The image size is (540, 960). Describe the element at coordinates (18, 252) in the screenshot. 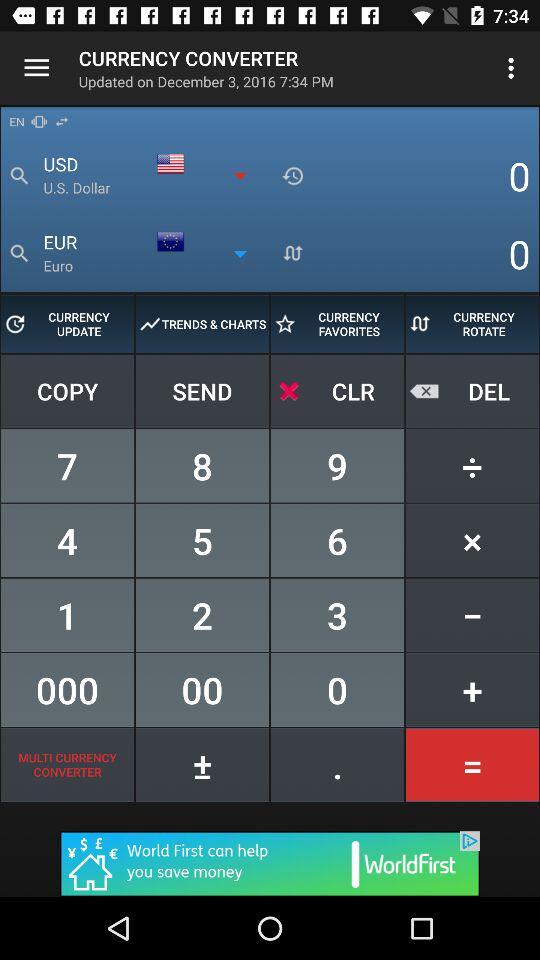

I see `the search icon` at that location.